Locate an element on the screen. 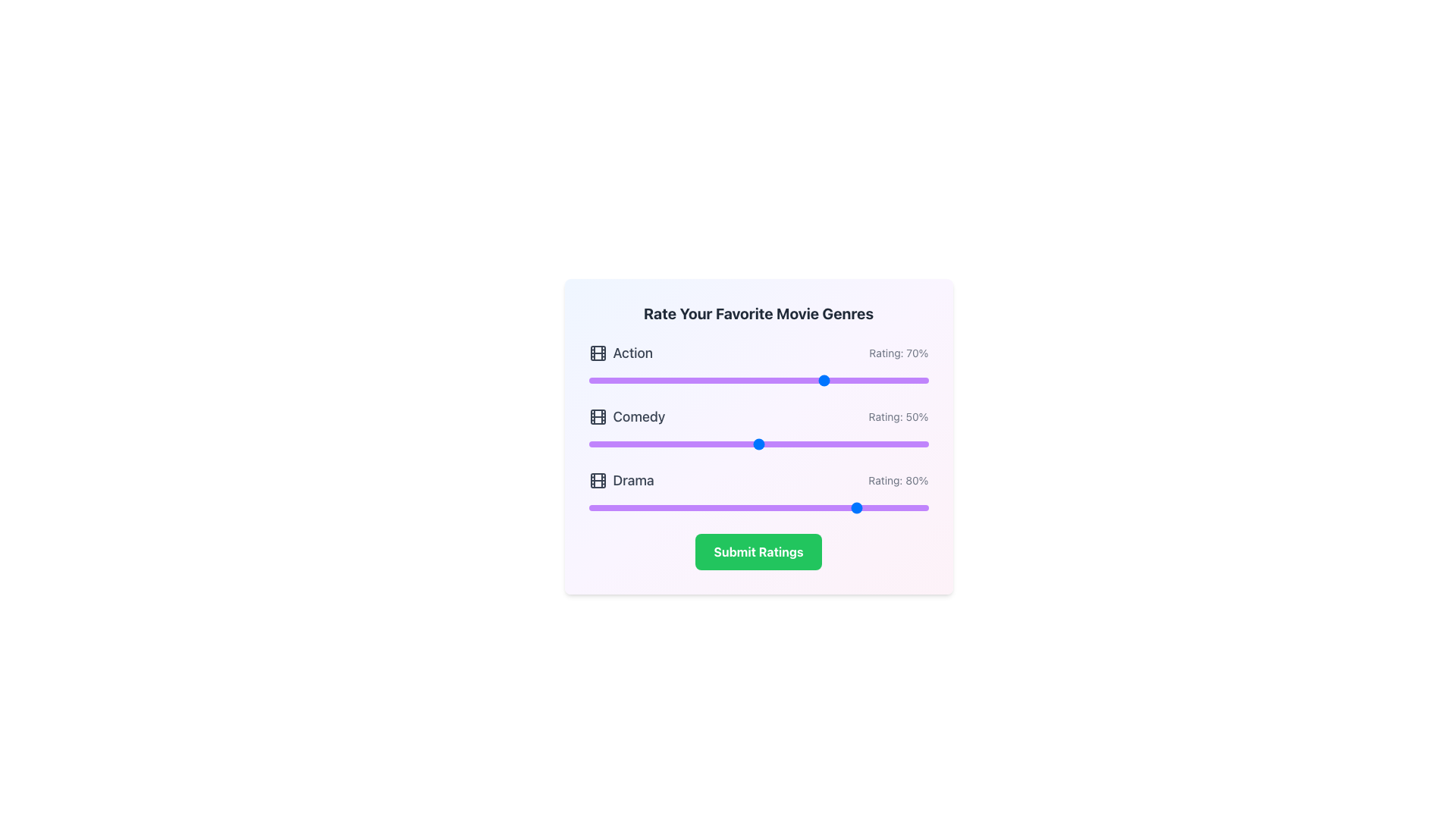  the text label displaying 'Rating: 50%' located on the right side of the 'Comedy' row, next to the score slider for this genre is located at coordinates (899, 417).